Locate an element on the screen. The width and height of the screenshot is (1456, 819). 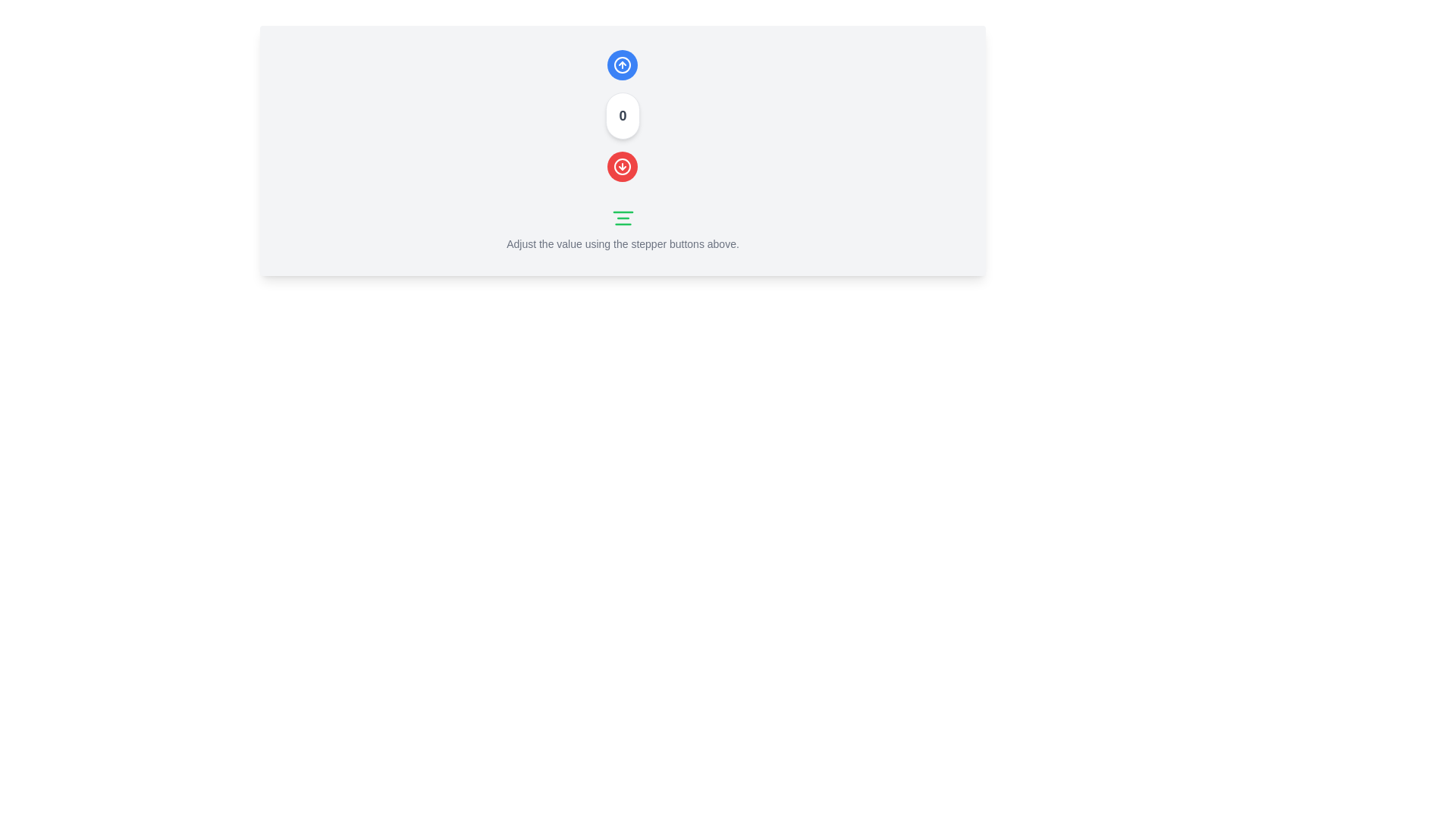
the icon element that resembles three horizontal lines, visually styled in green, positioned below the red circular button with a downward-facing arrow is located at coordinates (623, 218).